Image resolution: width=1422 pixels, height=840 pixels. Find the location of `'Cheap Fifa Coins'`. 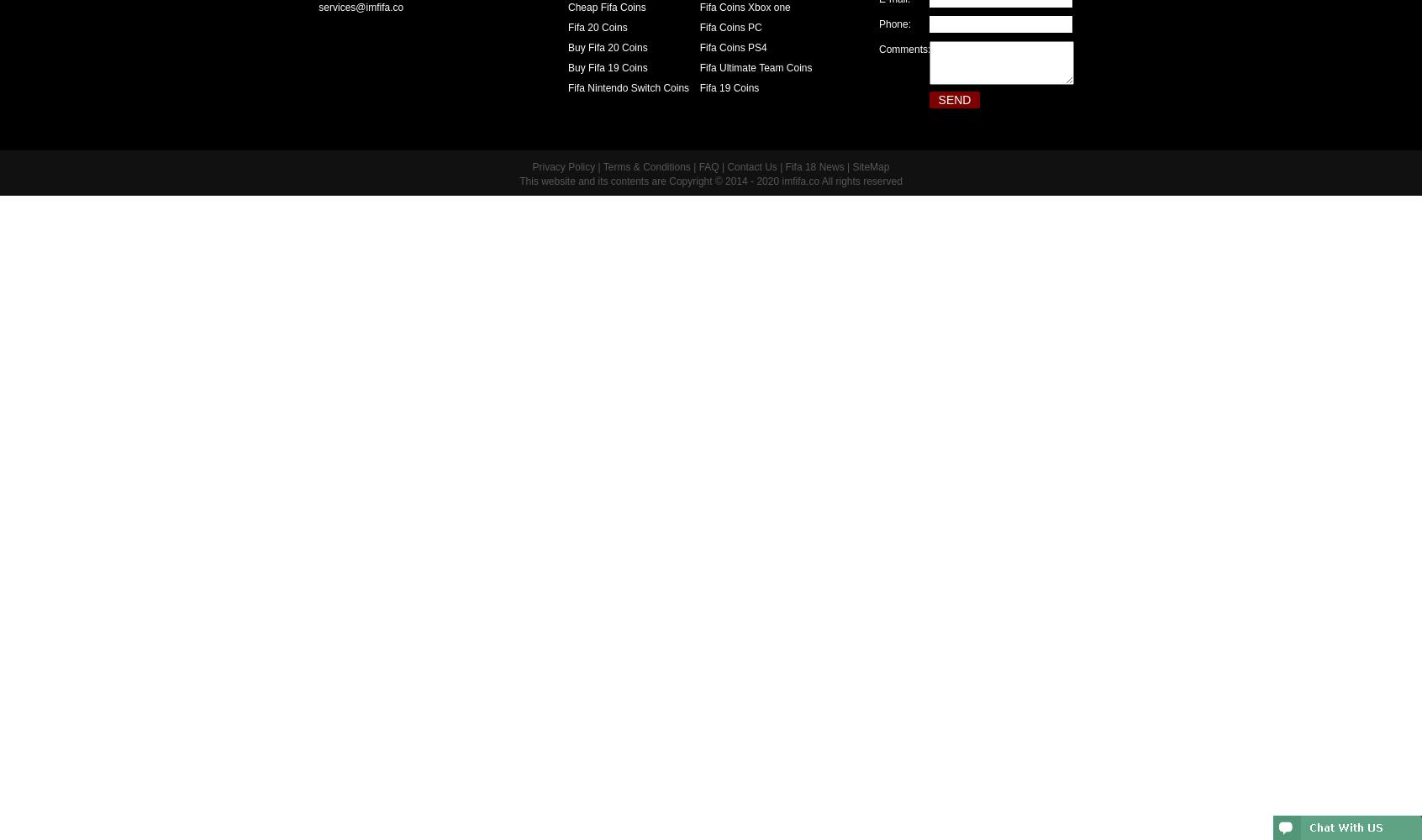

'Cheap Fifa Coins' is located at coordinates (605, 8).